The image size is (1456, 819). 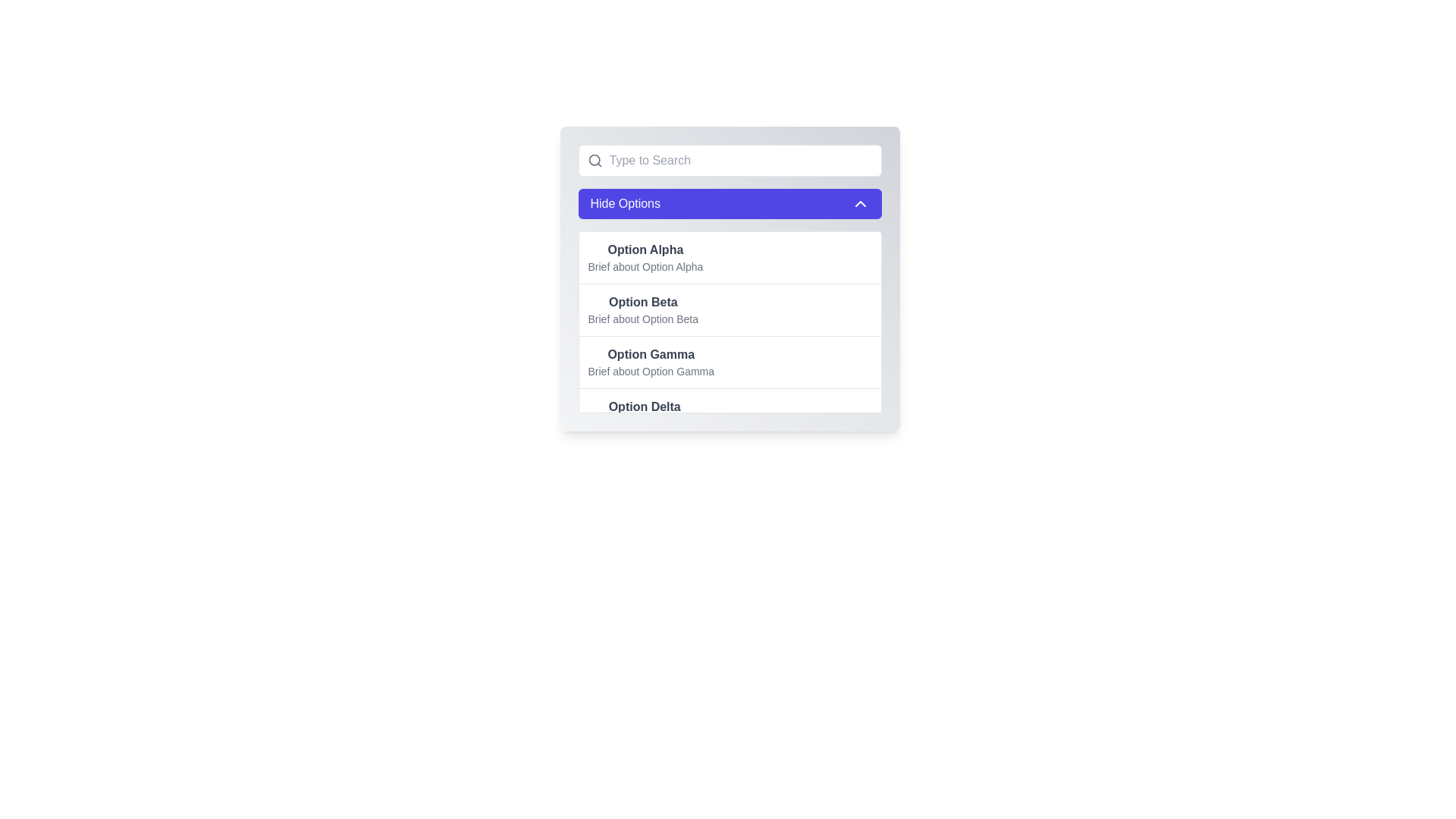 What do you see at coordinates (730, 414) in the screenshot?
I see `the last item in the dropdown menu` at bounding box center [730, 414].